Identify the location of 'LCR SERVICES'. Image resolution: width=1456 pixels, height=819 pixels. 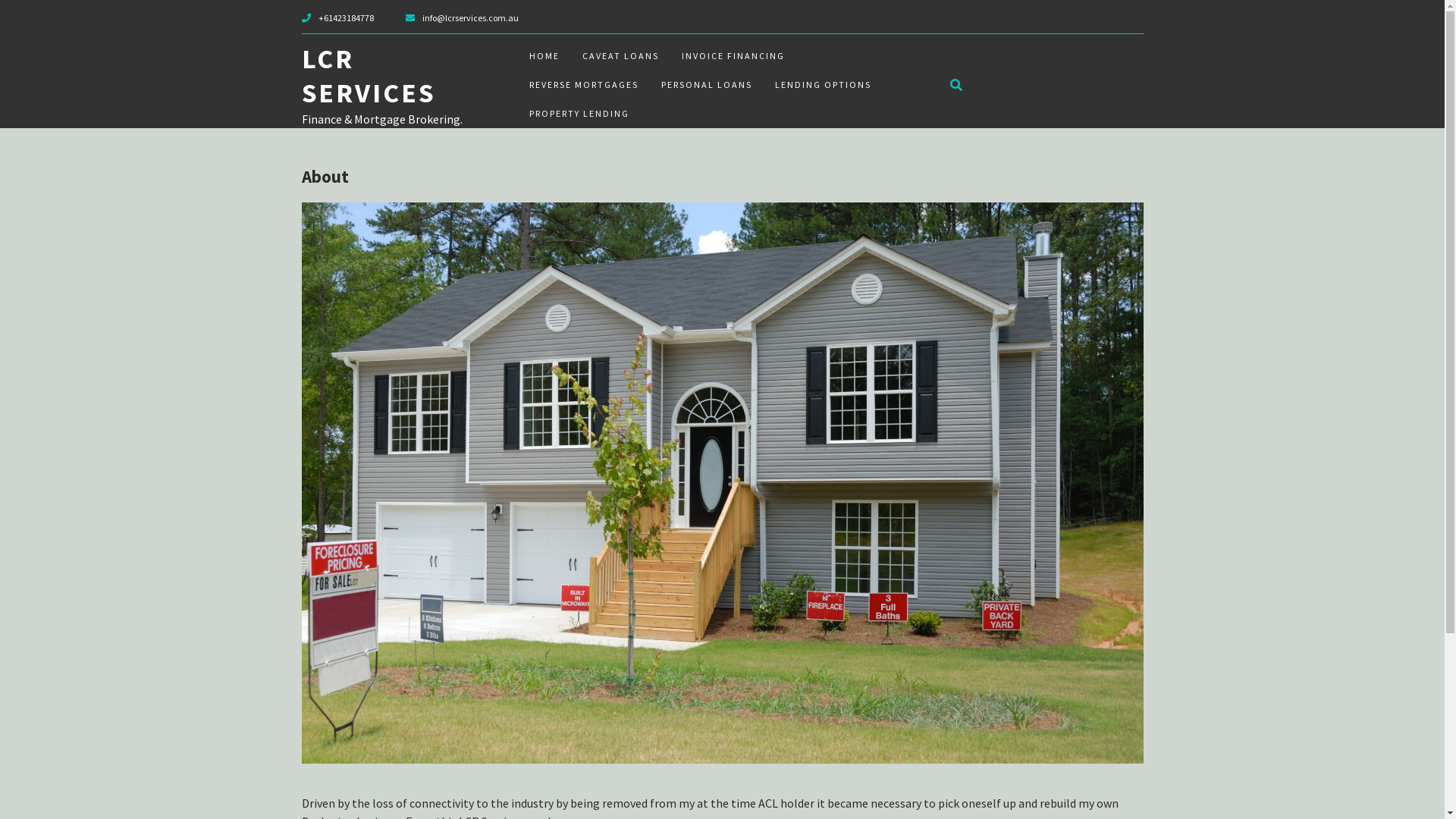
(369, 76).